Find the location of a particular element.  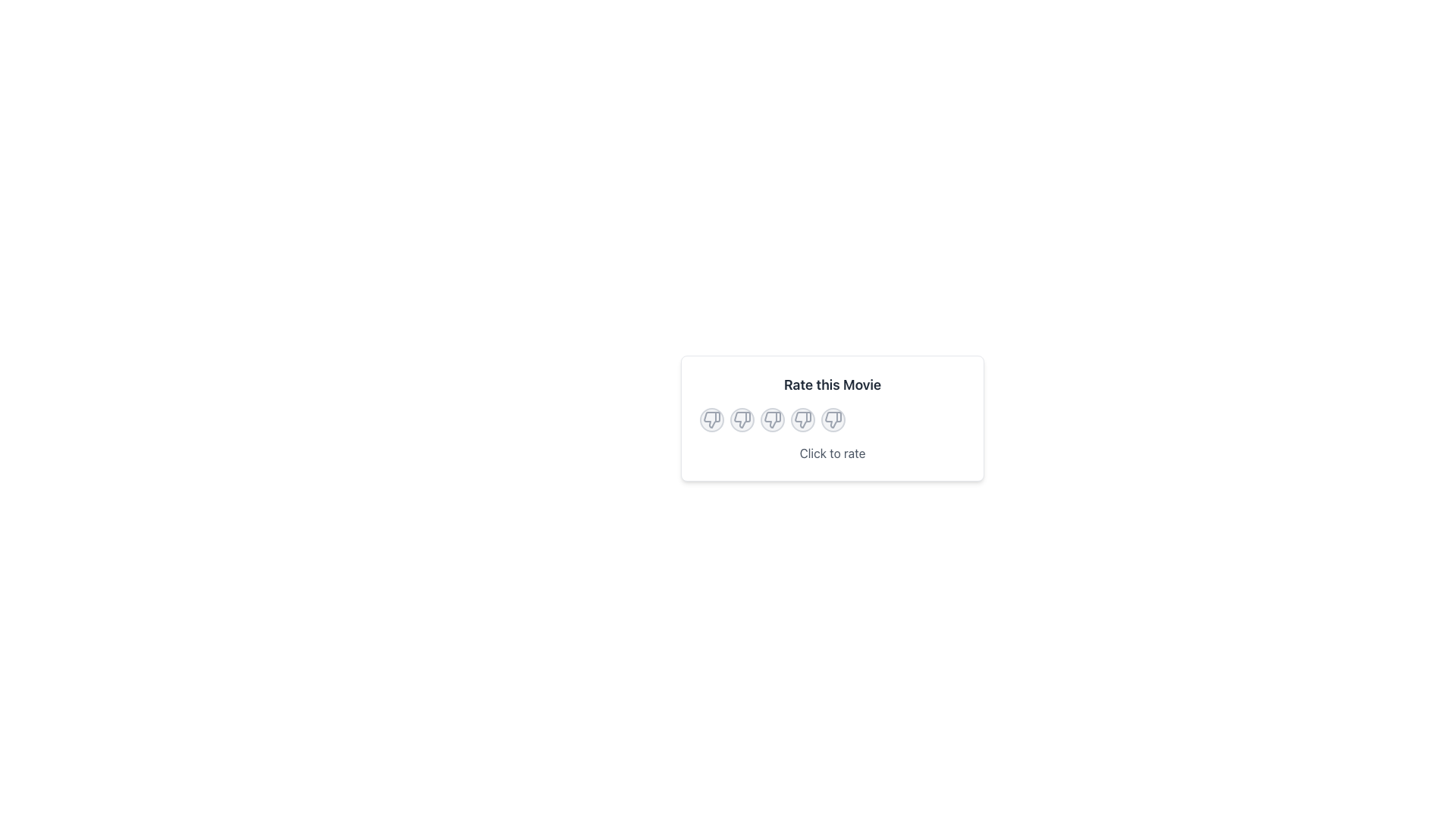

the dislike icon button located in the middle-right of the 'Rate this Movie' card is located at coordinates (833, 420).